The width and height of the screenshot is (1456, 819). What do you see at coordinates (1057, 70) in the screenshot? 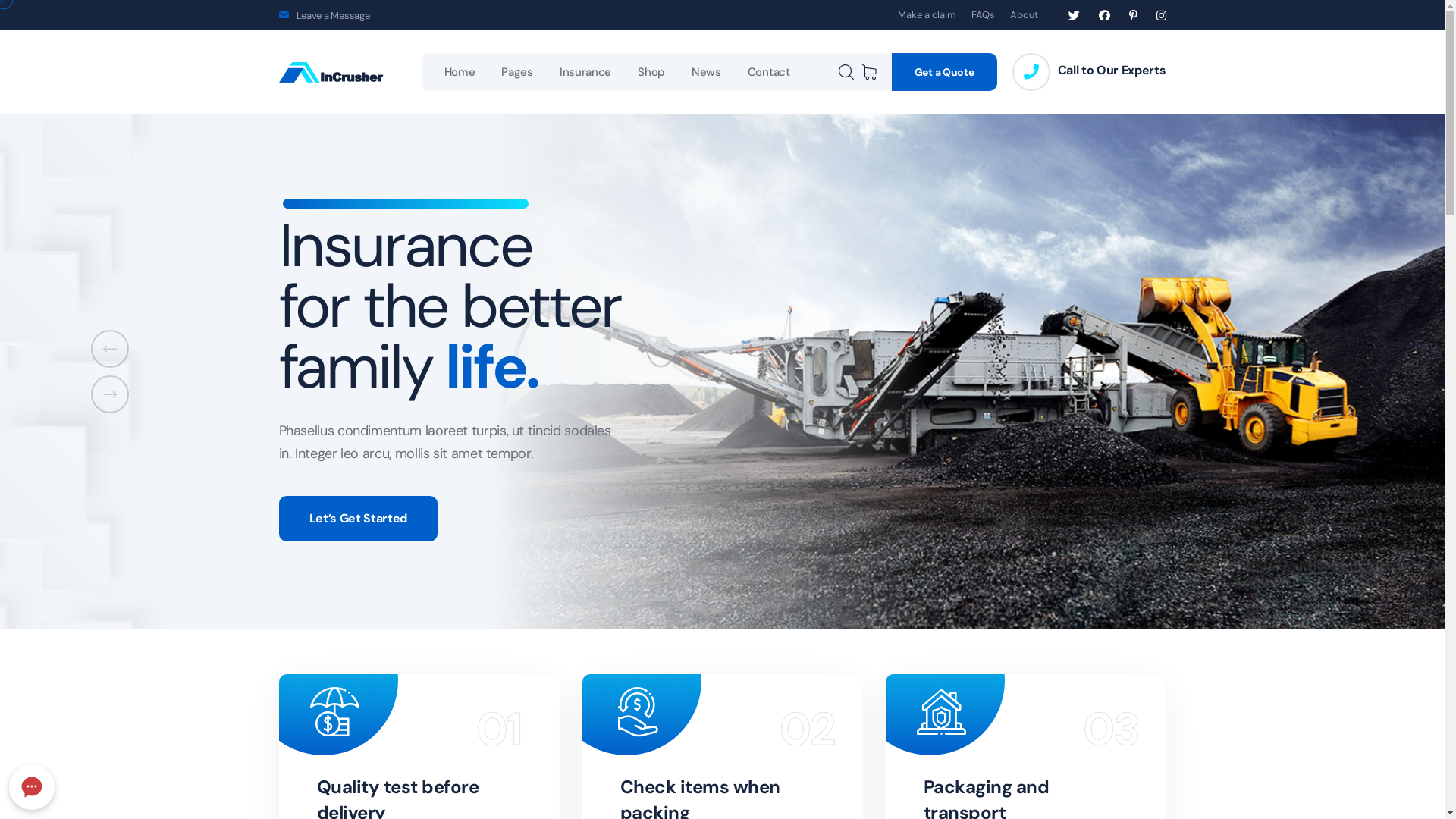
I see `'Call to Our Experts'` at bounding box center [1057, 70].